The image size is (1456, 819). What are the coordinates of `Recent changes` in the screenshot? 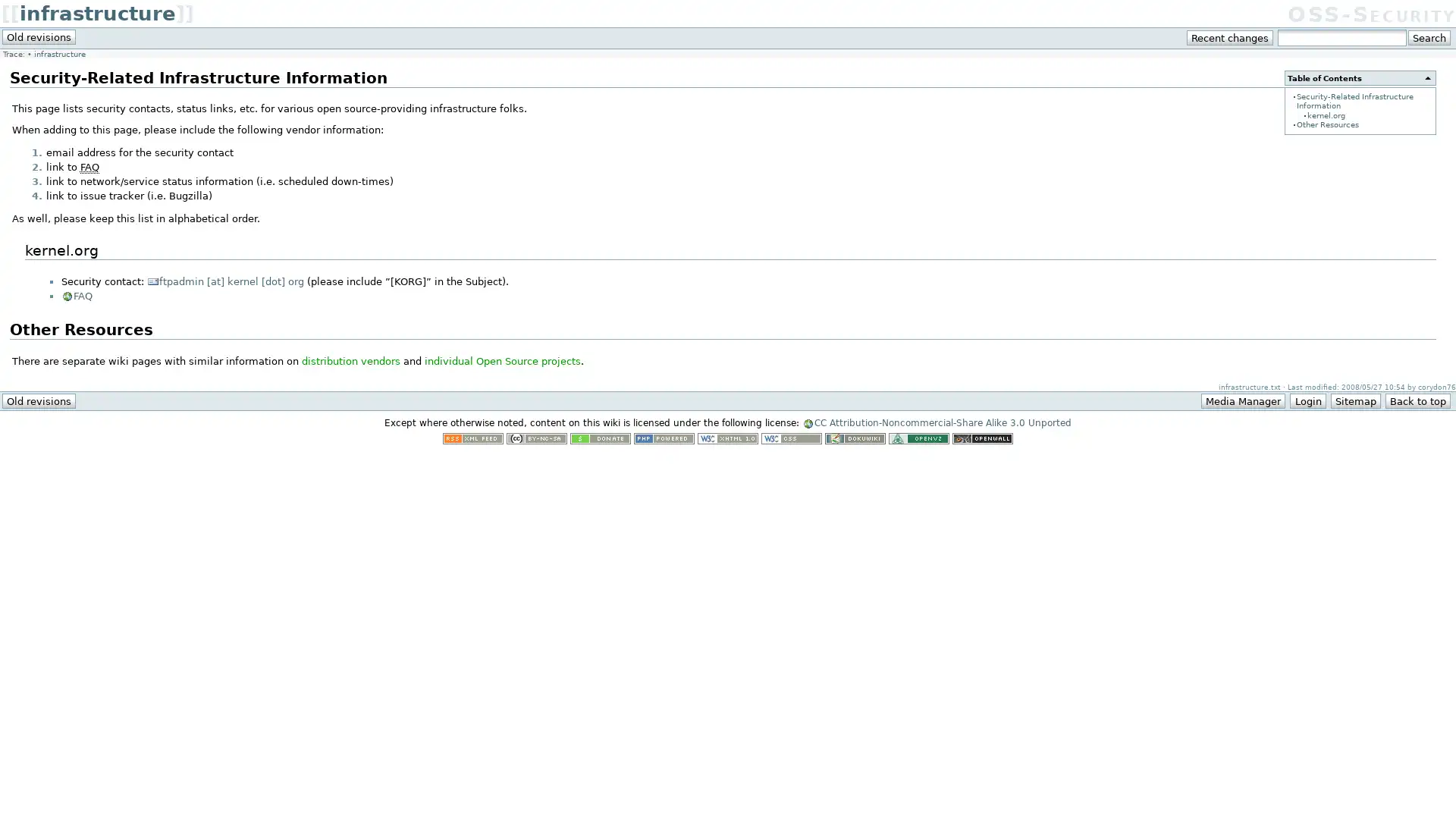 It's located at (1230, 37).